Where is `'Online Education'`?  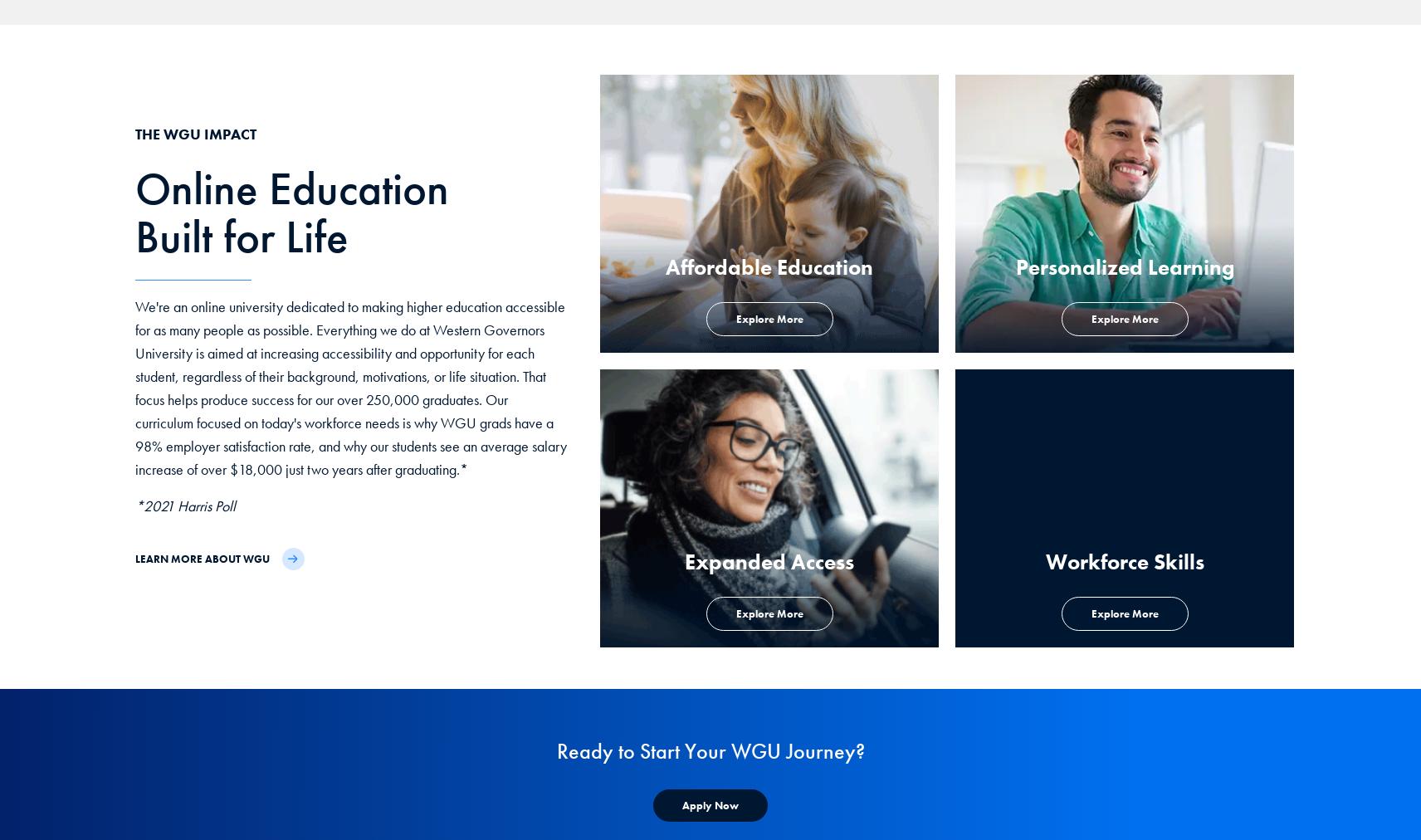
'Online Education' is located at coordinates (291, 188).